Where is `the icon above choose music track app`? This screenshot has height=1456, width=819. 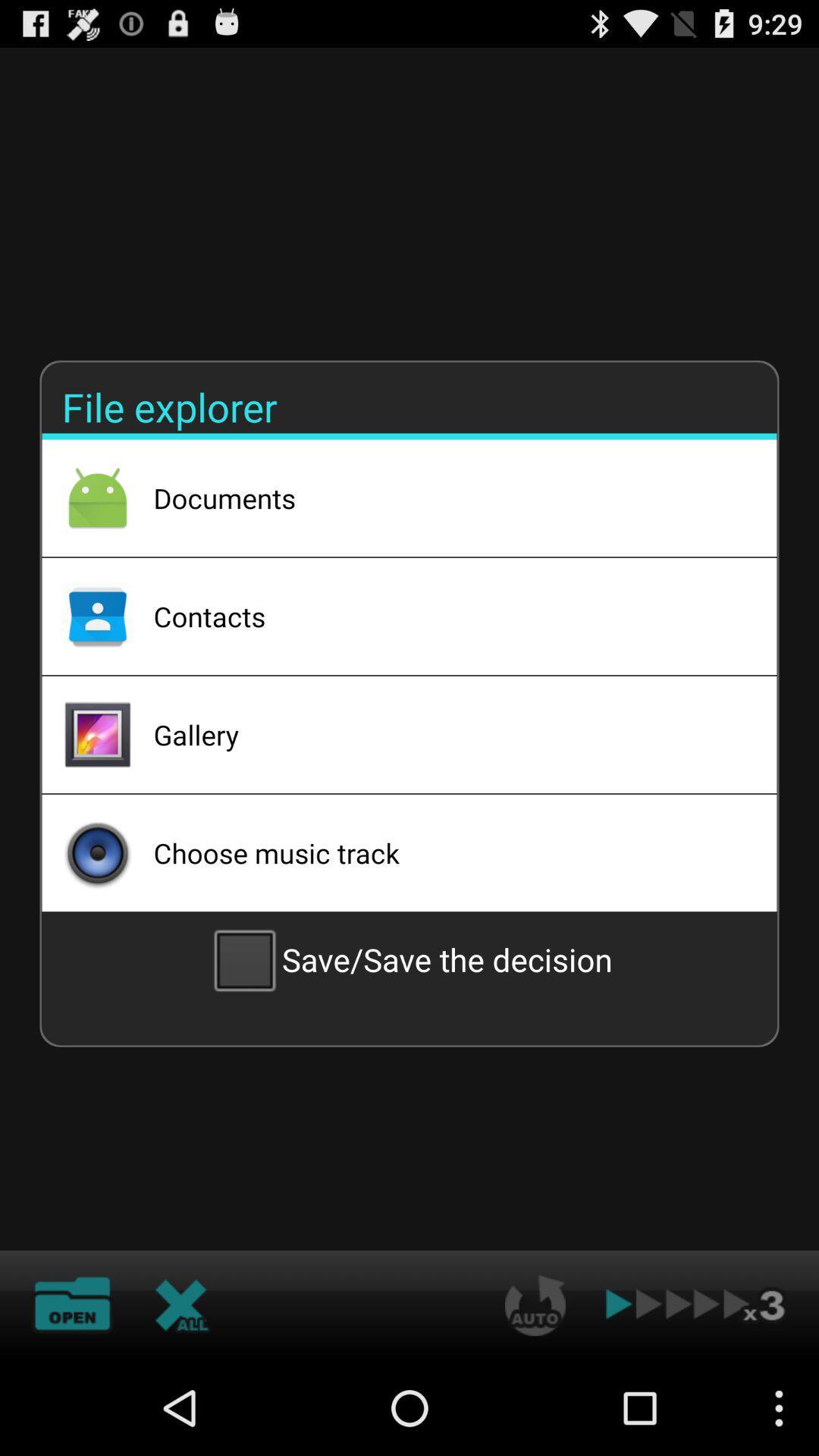 the icon above choose music track app is located at coordinates (444, 735).